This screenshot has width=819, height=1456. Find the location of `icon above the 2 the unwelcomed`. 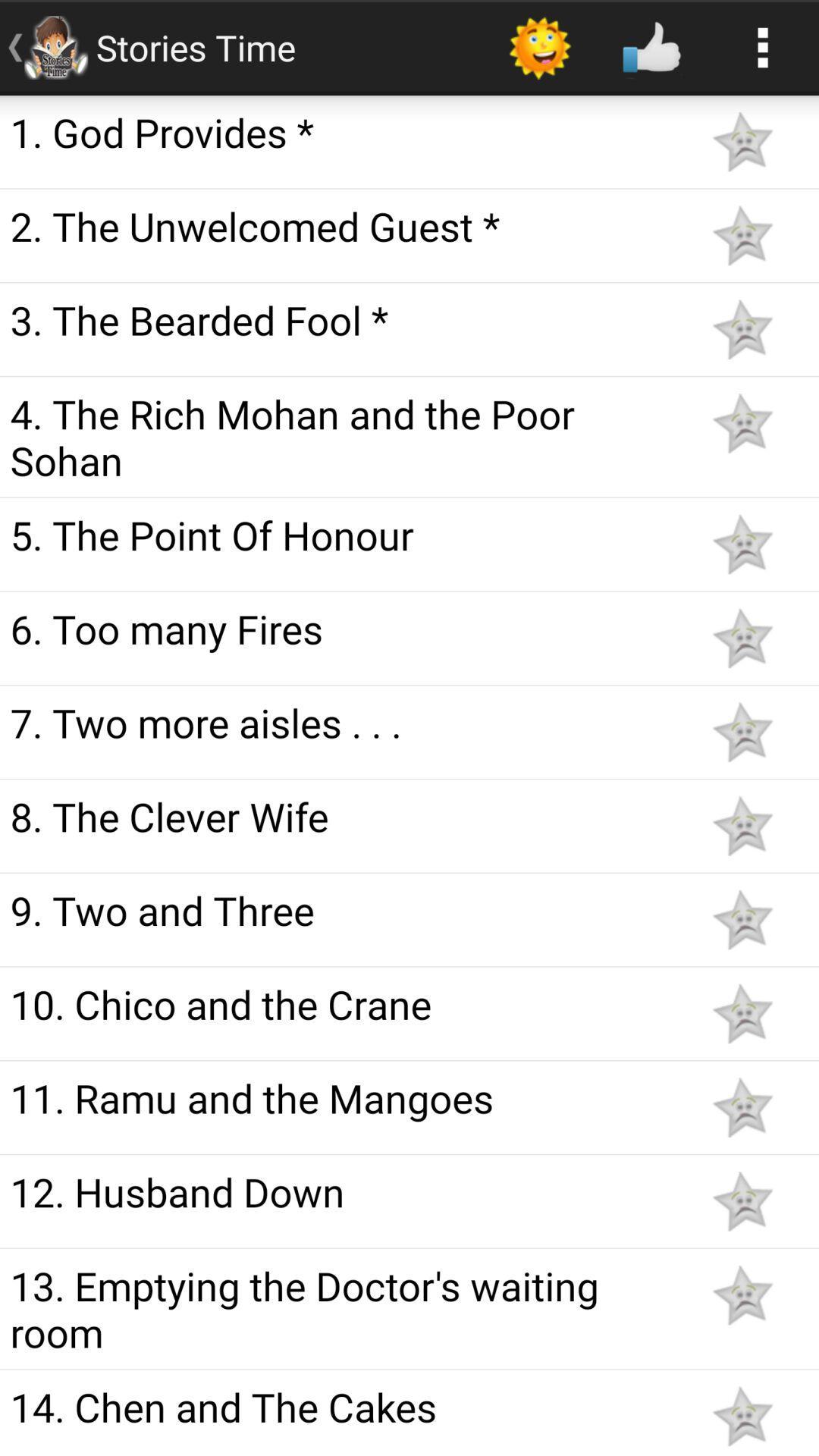

icon above the 2 the unwelcomed is located at coordinates (343, 132).